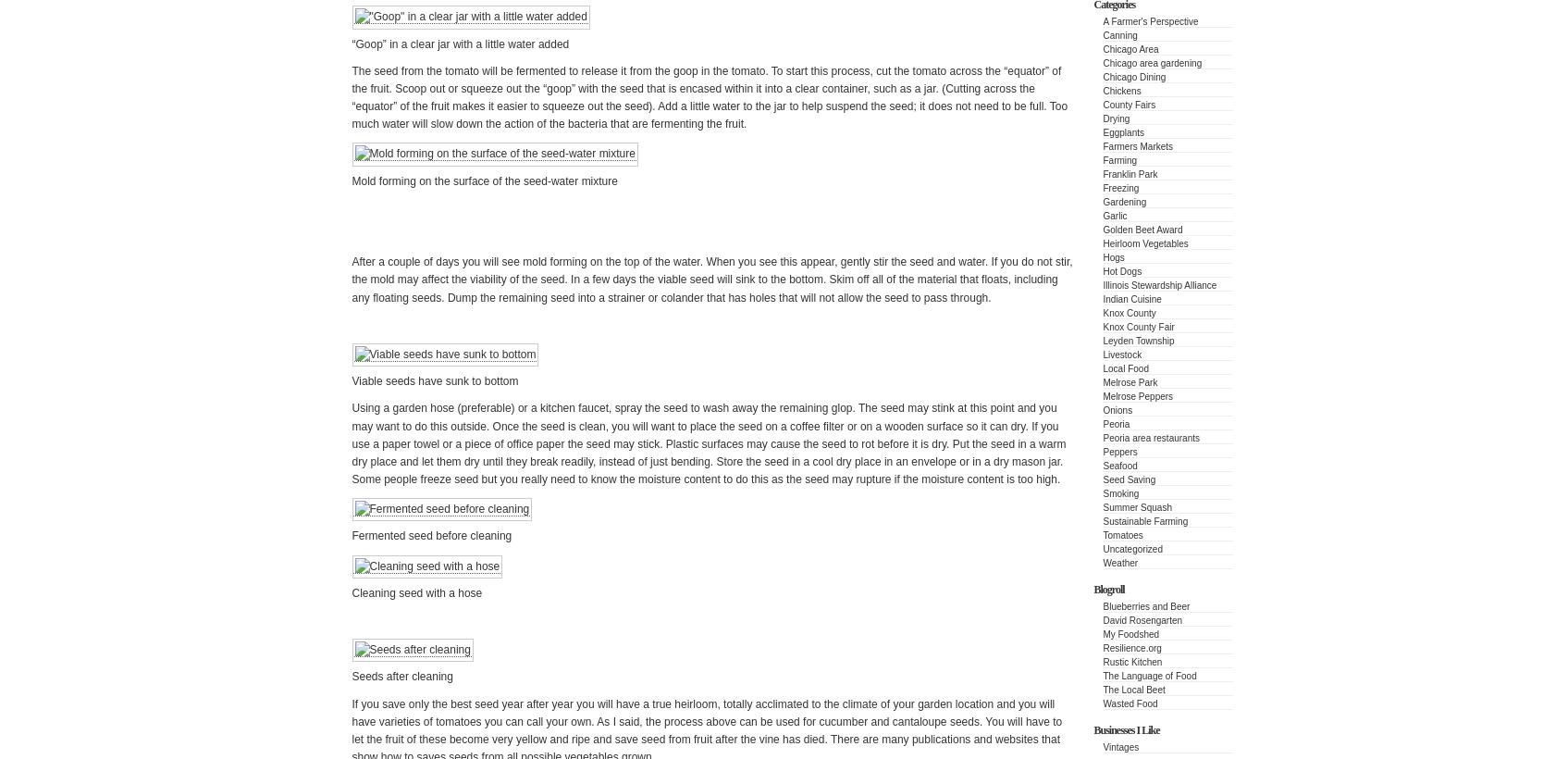 Image resolution: width=1568 pixels, height=759 pixels. Describe the element at coordinates (1114, 215) in the screenshot. I see `'Garlic'` at that location.